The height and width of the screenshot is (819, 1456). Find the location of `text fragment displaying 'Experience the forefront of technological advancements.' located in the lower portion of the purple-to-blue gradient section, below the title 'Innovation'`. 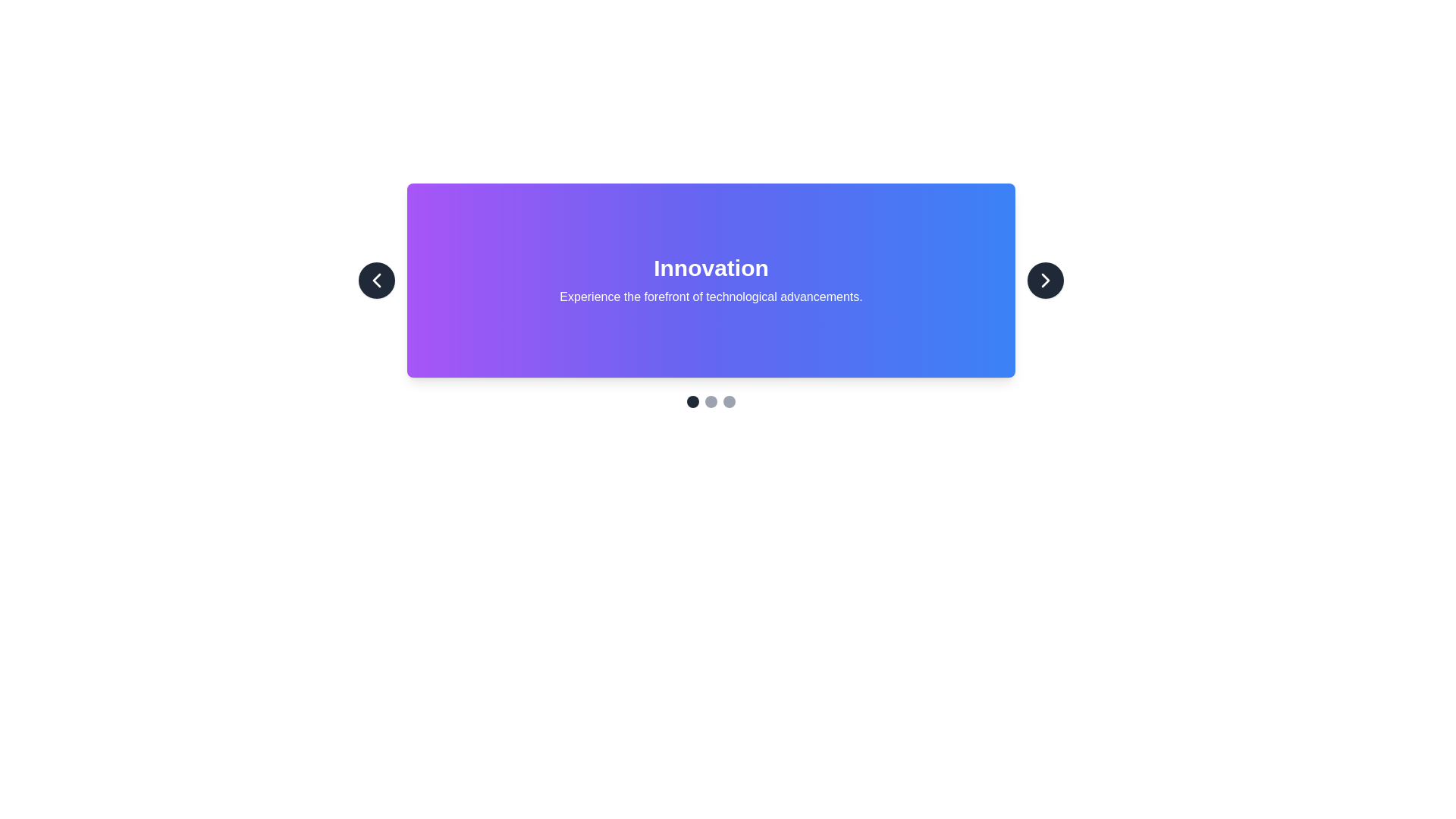

text fragment displaying 'Experience the forefront of technological advancements.' located in the lower portion of the purple-to-blue gradient section, below the title 'Innovation' is located at coordinates (710, 297).